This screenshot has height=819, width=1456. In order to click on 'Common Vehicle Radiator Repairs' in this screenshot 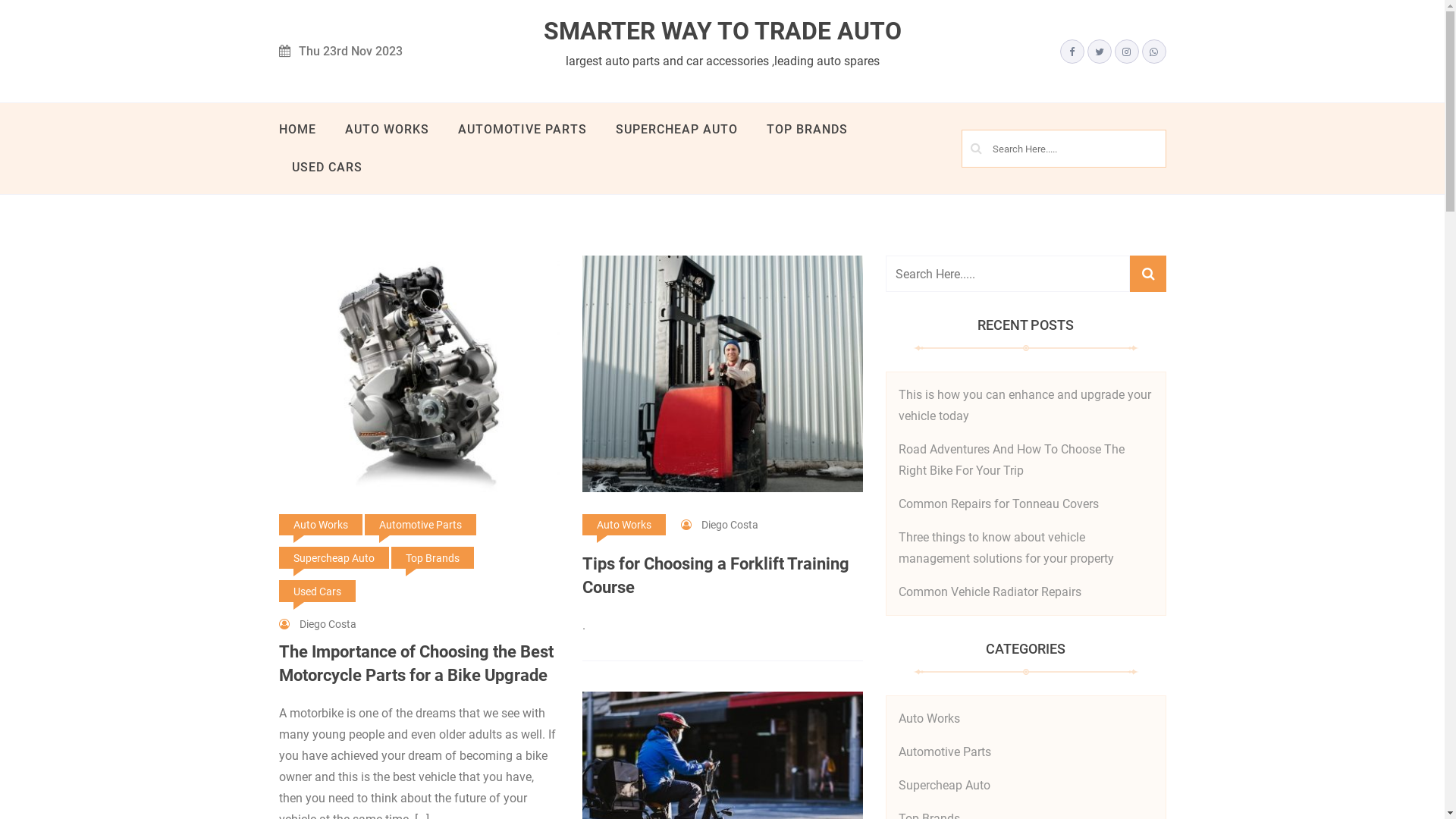, I will do `click(898, 591)`.